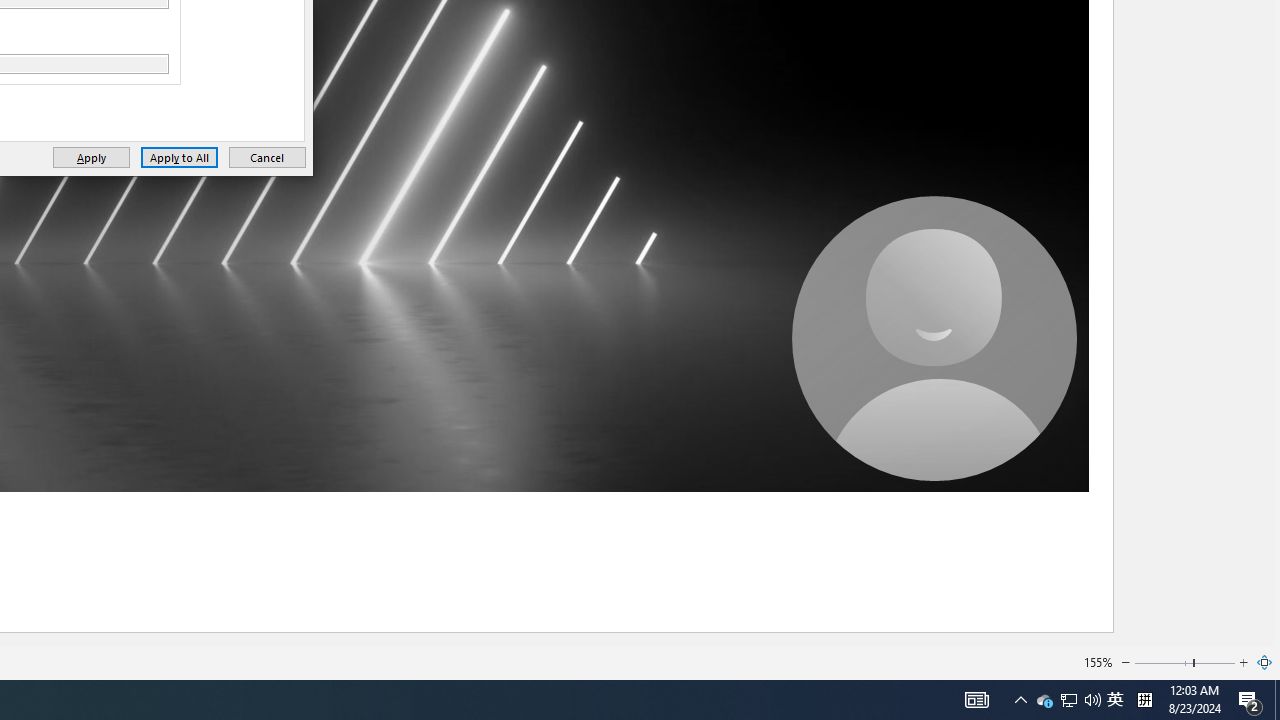 This screenshot has height=720, width=1280. I want to click on 'Apply to All', so click(179, 156).